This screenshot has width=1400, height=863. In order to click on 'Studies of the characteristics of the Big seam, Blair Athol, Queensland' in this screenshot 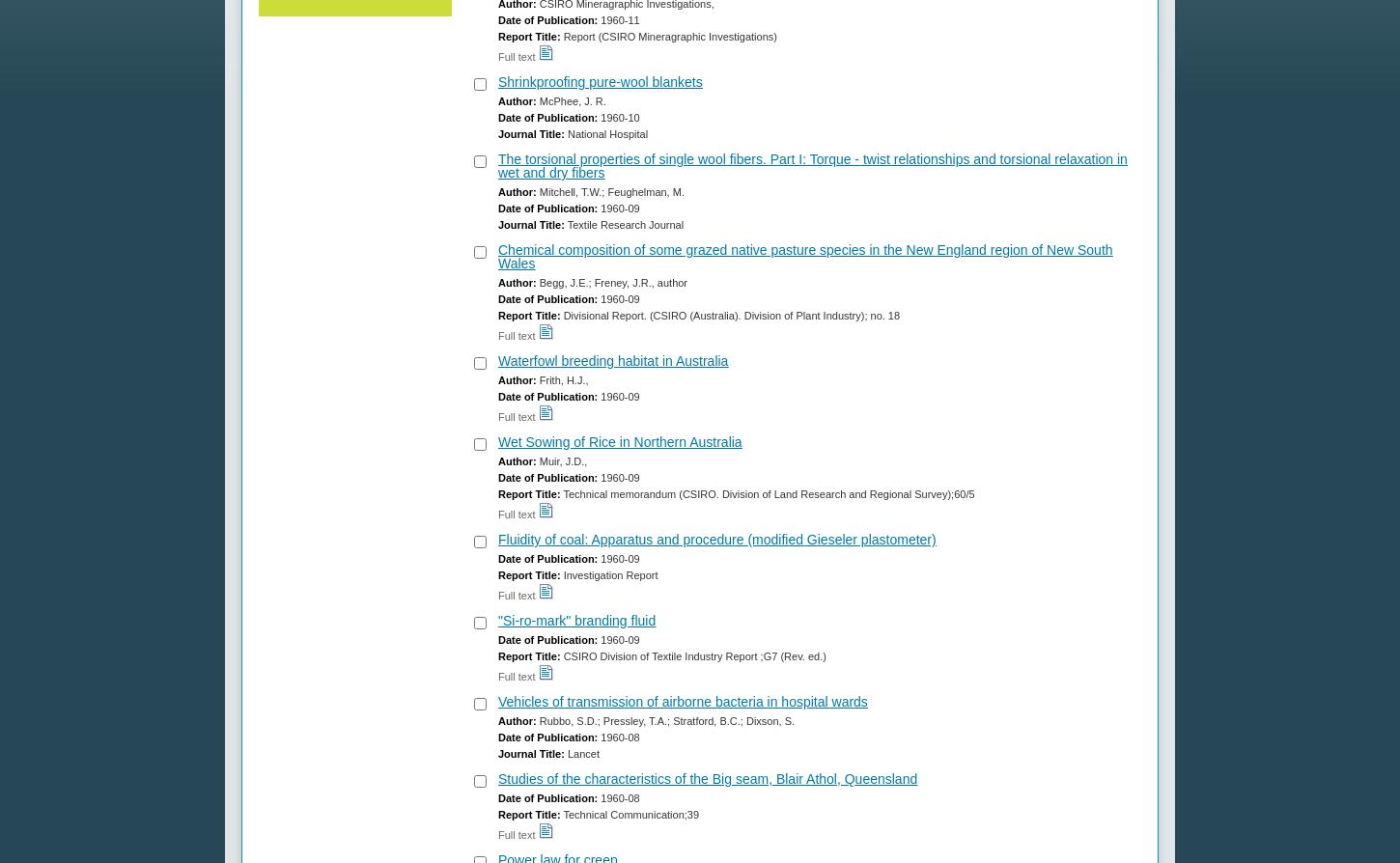, I will do `click(707, 778)`.